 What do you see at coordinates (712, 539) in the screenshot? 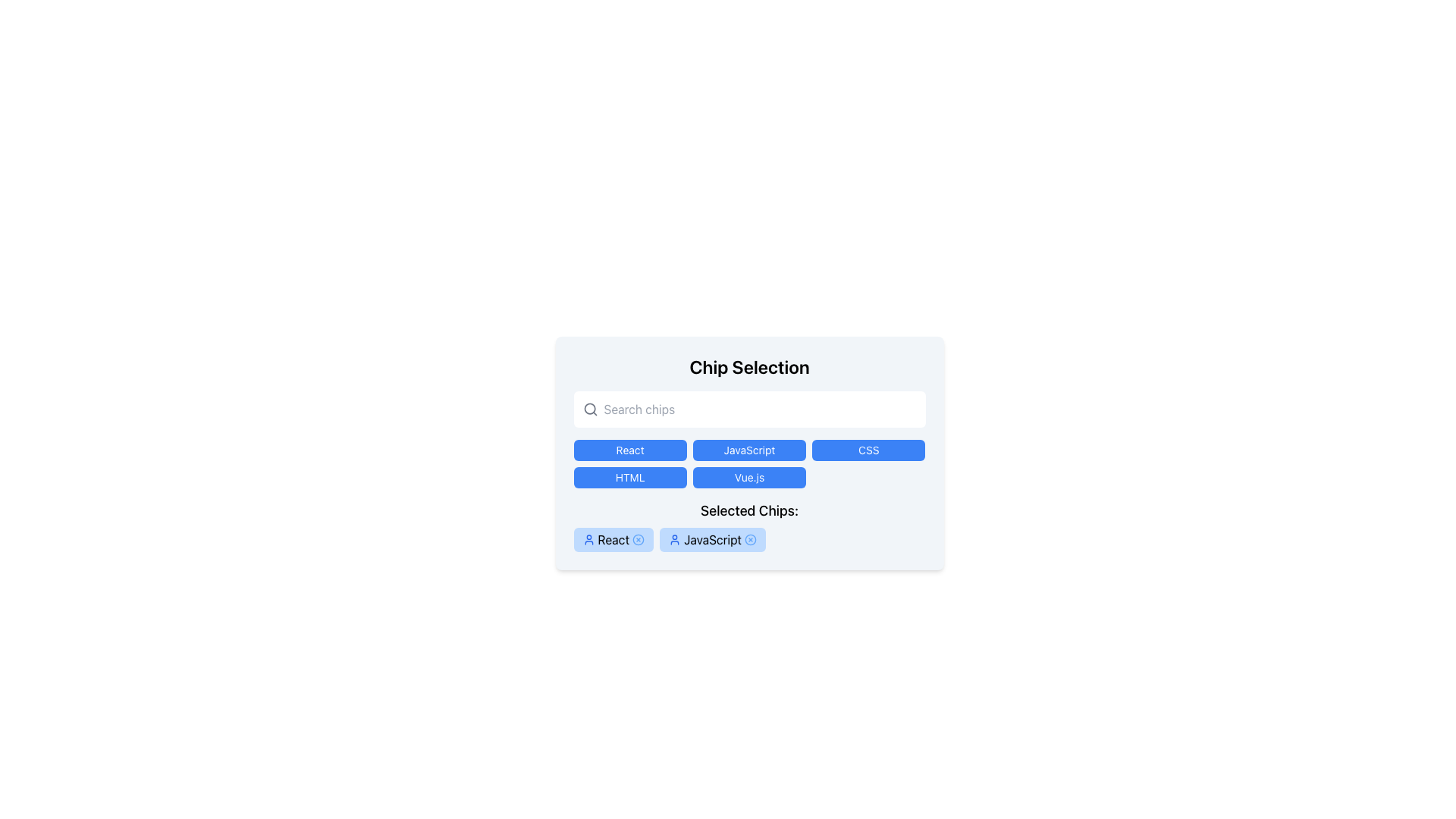
I see `the second chip in the 'Selected Chips' row, which has a light blue background, an icon of a user on the left, and the text 'JavaScript' in bold` at bounding box center [712, 539].